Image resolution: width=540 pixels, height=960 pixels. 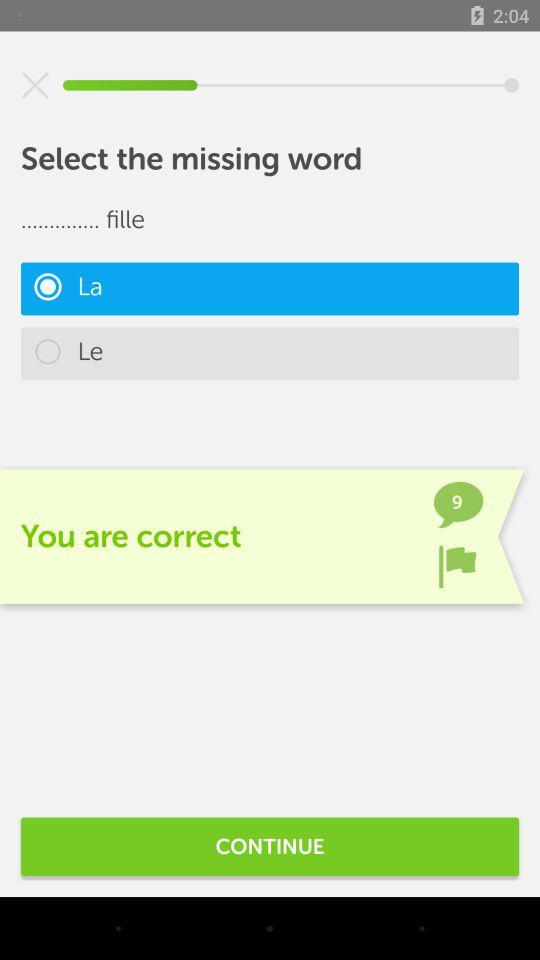 I want to click on item below the la icon, so click(x=270, y=353).